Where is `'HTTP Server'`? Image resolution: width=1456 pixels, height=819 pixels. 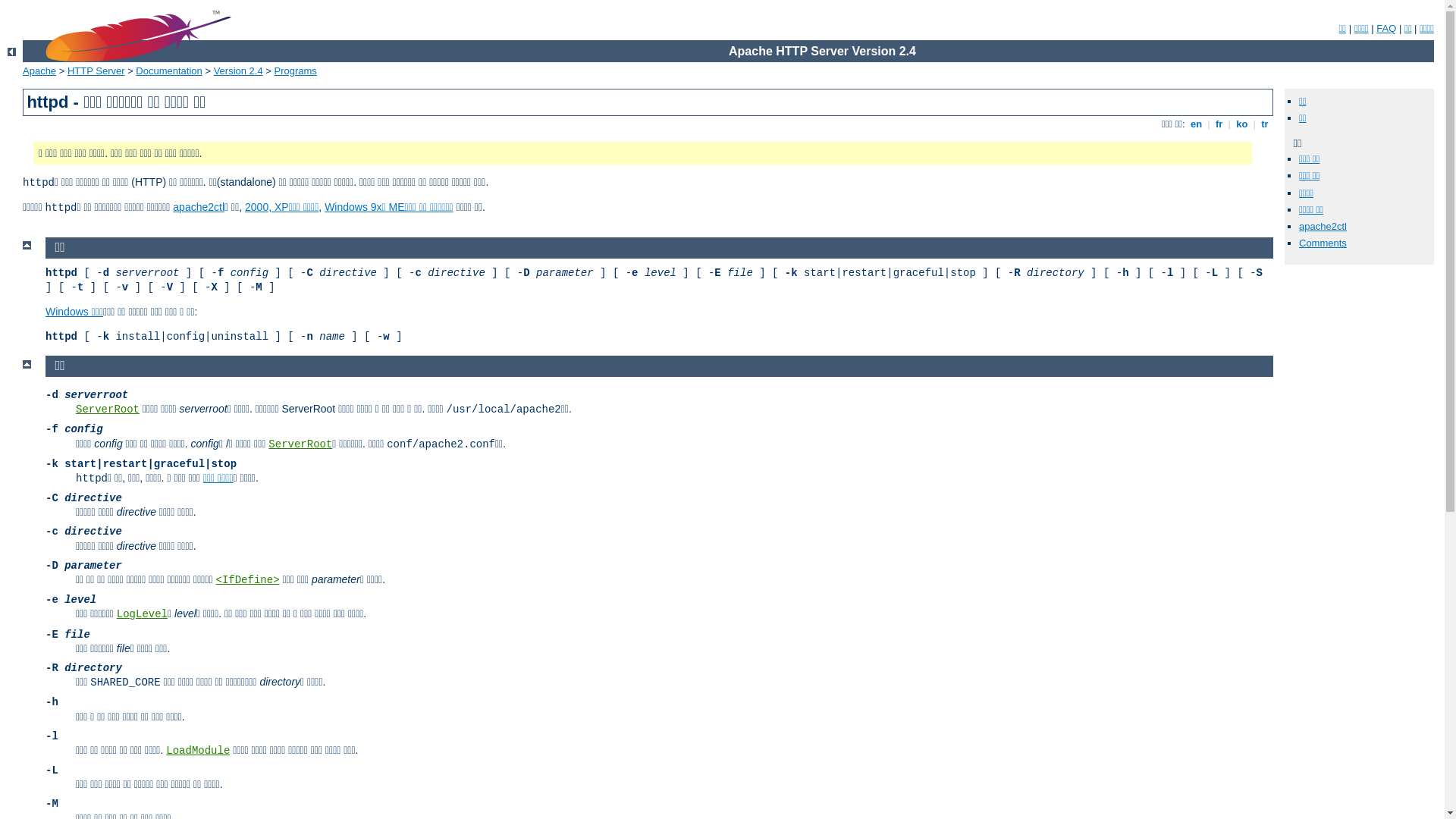
'HTTP Server' is located at coordinates (95, 71).